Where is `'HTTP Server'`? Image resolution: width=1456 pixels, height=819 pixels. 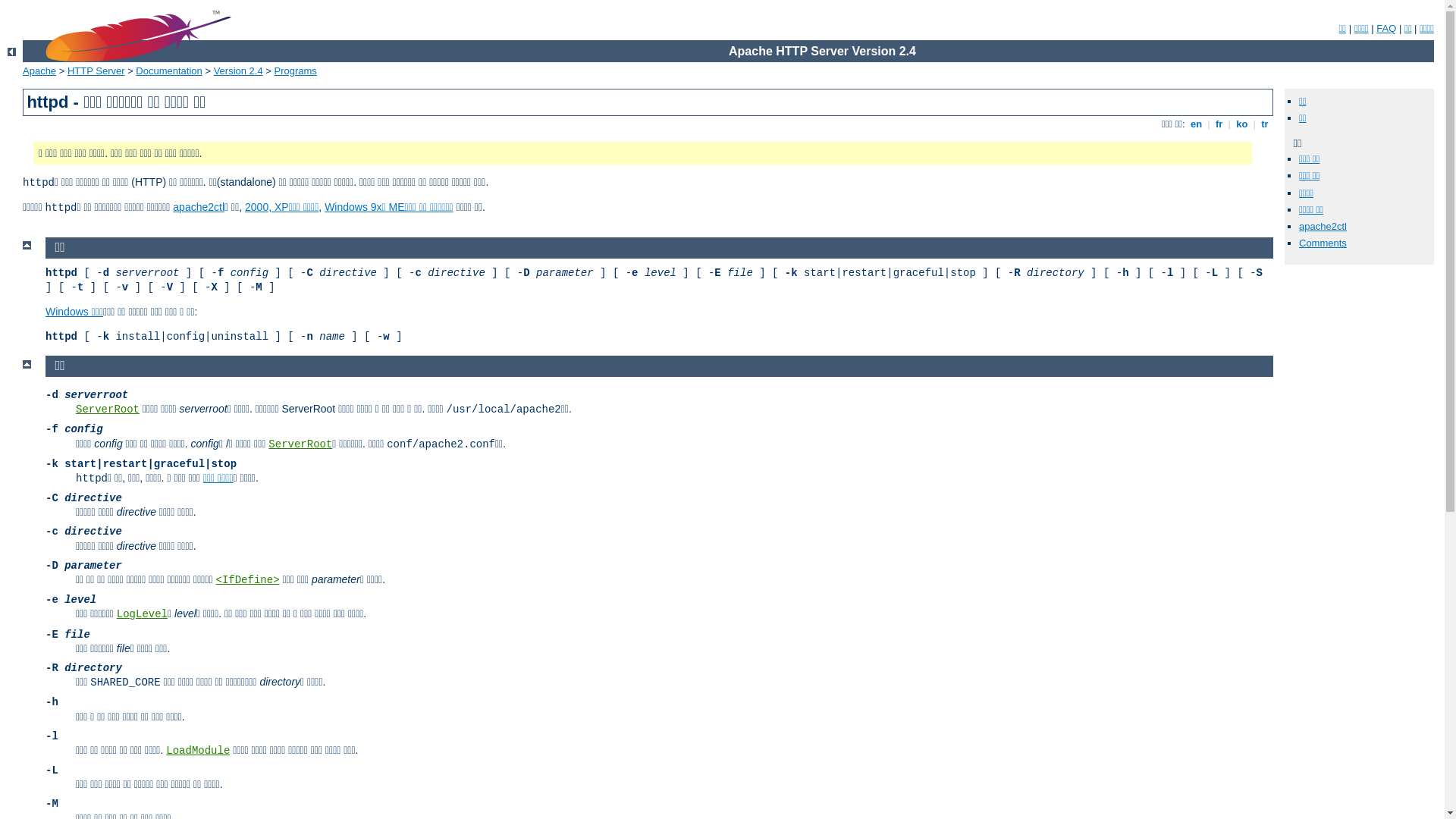
'HTTP Server' is located at coordinates (95, 71).